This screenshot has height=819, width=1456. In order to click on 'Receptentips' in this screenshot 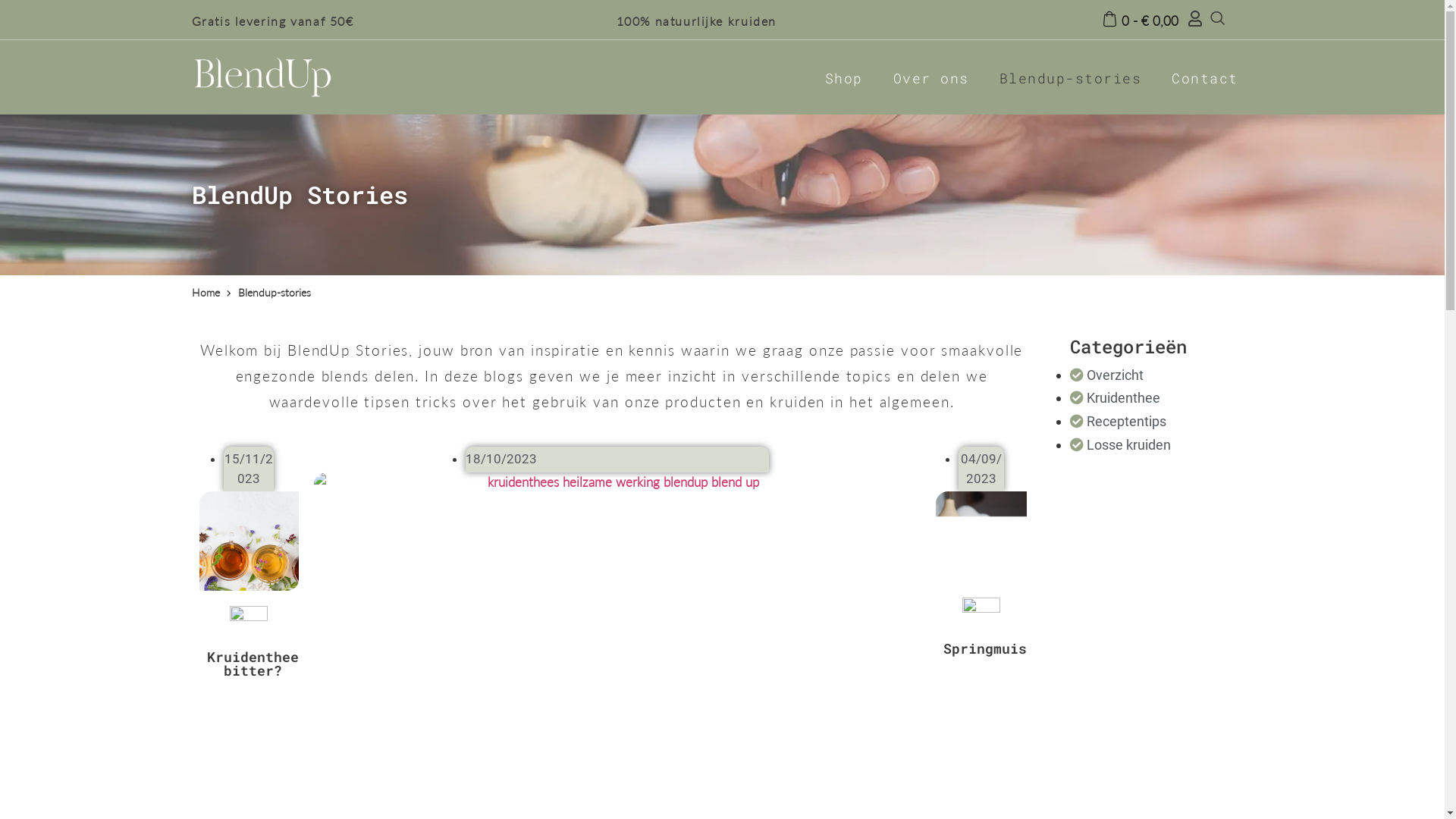, I will do `click(1118, 421)`.